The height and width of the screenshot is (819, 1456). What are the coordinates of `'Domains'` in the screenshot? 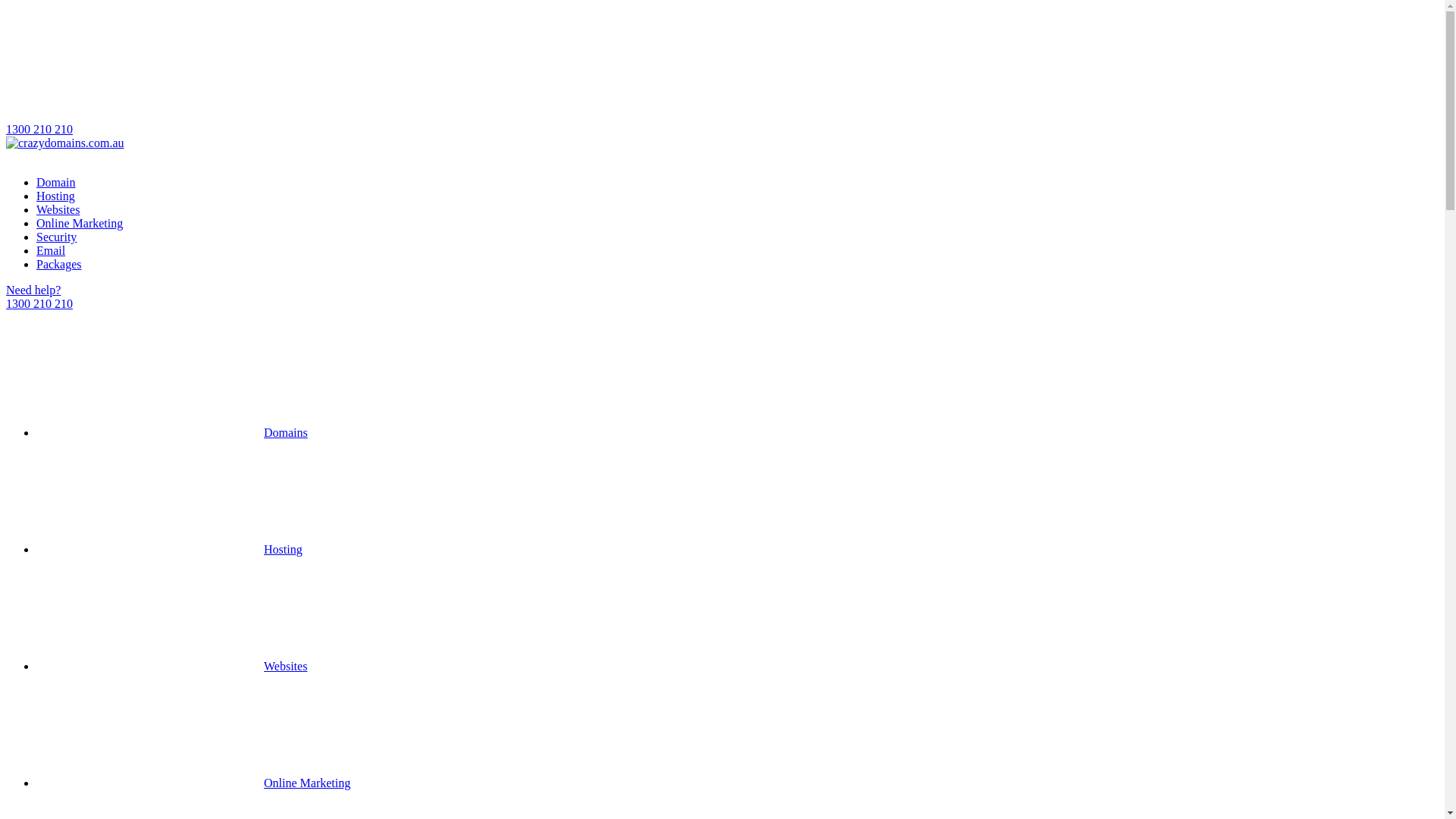 It's located at (171, 432).